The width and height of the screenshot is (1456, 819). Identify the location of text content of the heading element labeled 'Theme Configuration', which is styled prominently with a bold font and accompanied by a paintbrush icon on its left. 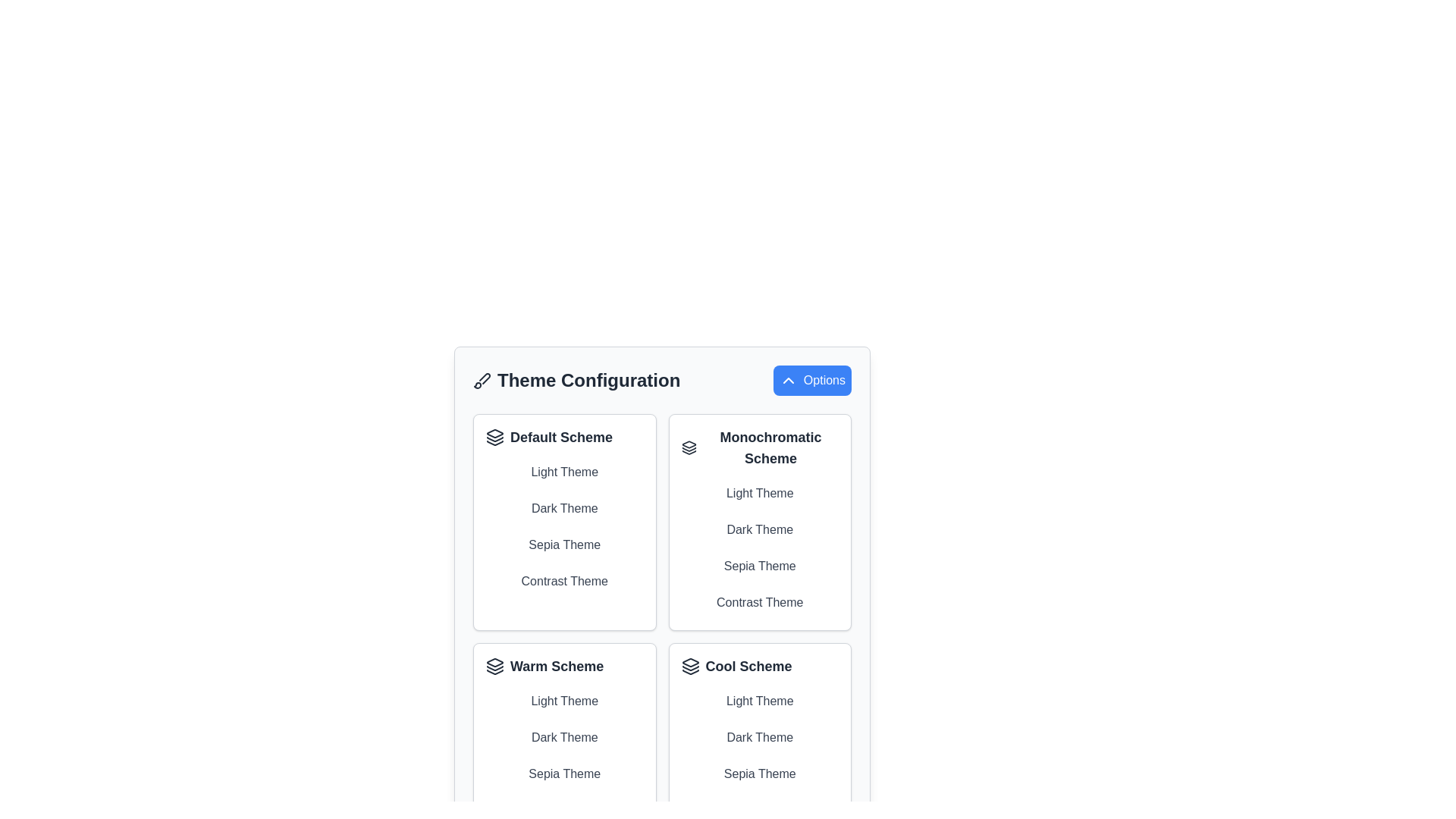
(576, 379).